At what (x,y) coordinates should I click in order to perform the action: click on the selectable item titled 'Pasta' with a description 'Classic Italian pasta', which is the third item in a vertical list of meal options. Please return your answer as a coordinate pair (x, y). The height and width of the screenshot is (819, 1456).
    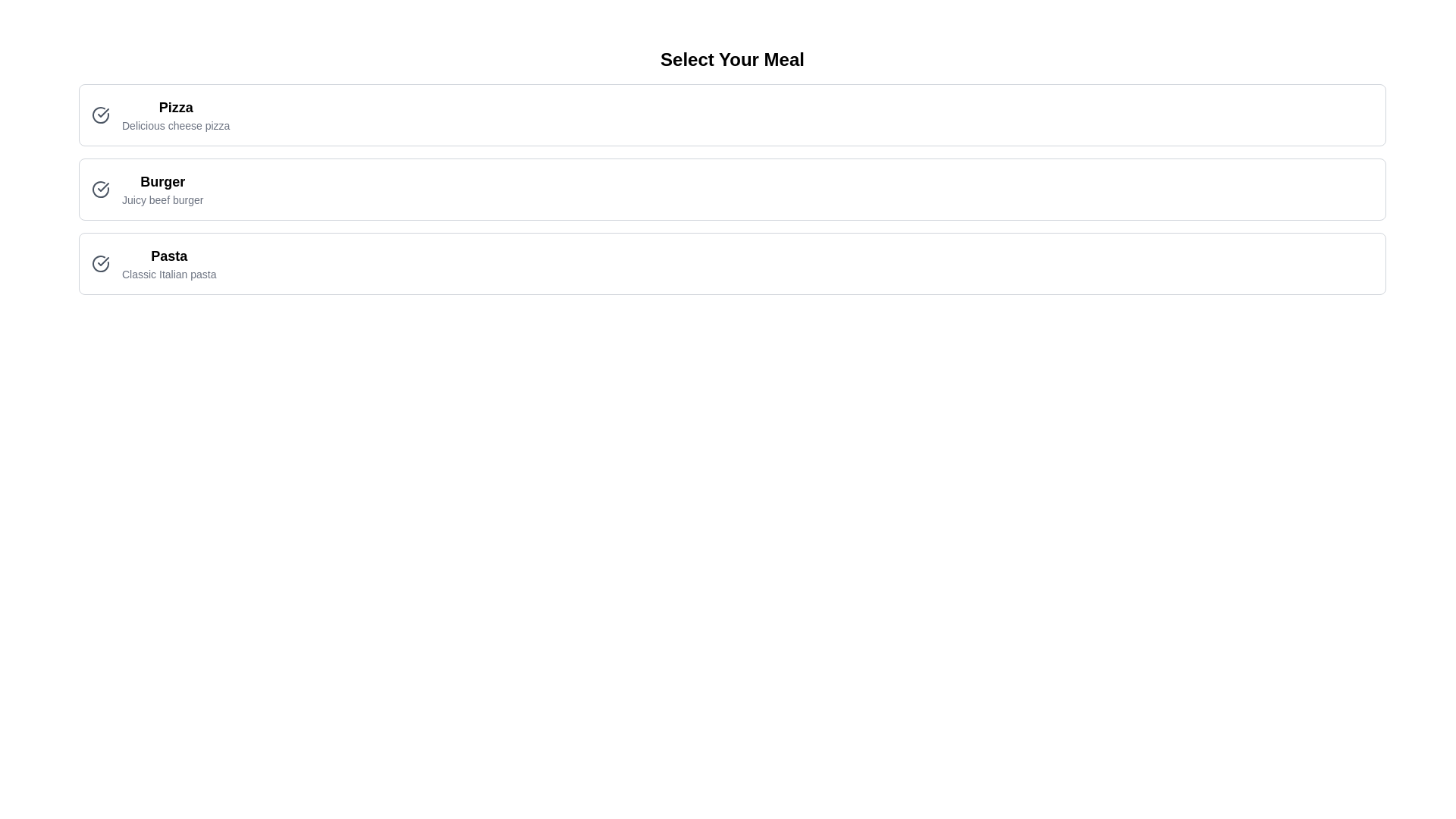
    Looking at the image, I should click on (153, 262).